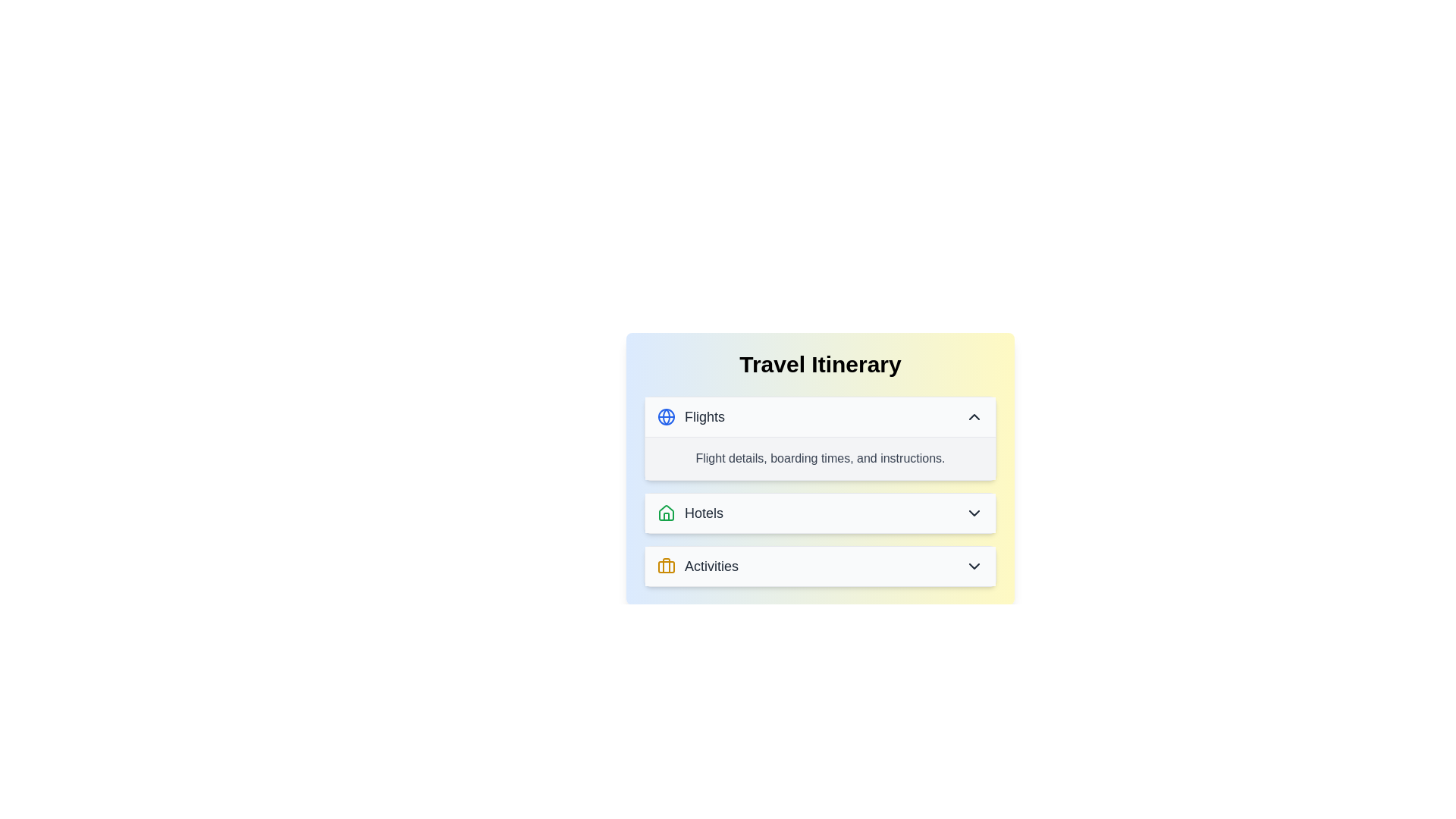  What do you see at coordinates (974, 513) in the screenshot?
I see `the downward-facing chevron icon located to the right of the 'Hotels' text` at bounding box center [974, 513].